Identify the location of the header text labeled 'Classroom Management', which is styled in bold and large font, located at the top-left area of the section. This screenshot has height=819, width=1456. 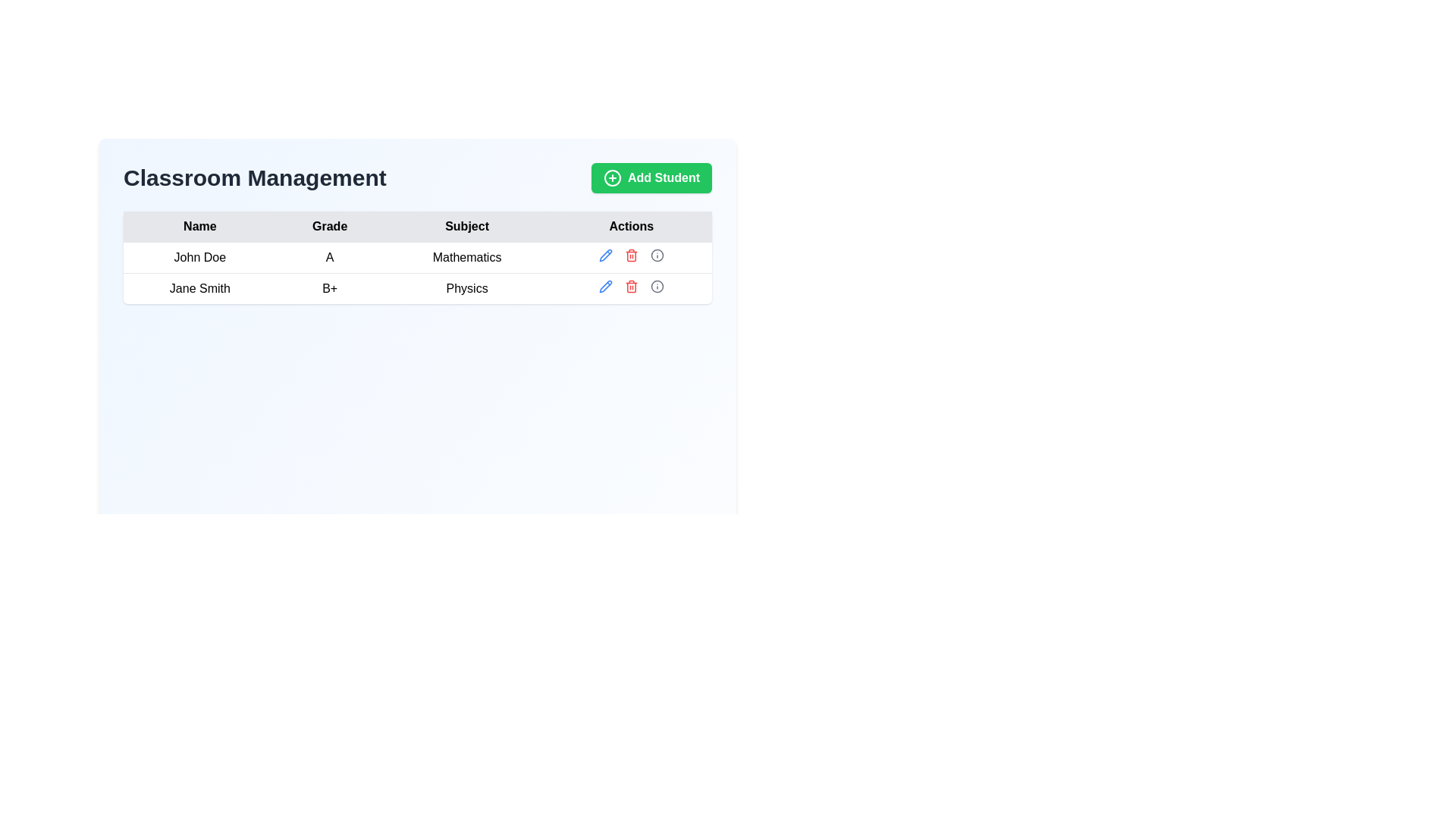
(255, 177).